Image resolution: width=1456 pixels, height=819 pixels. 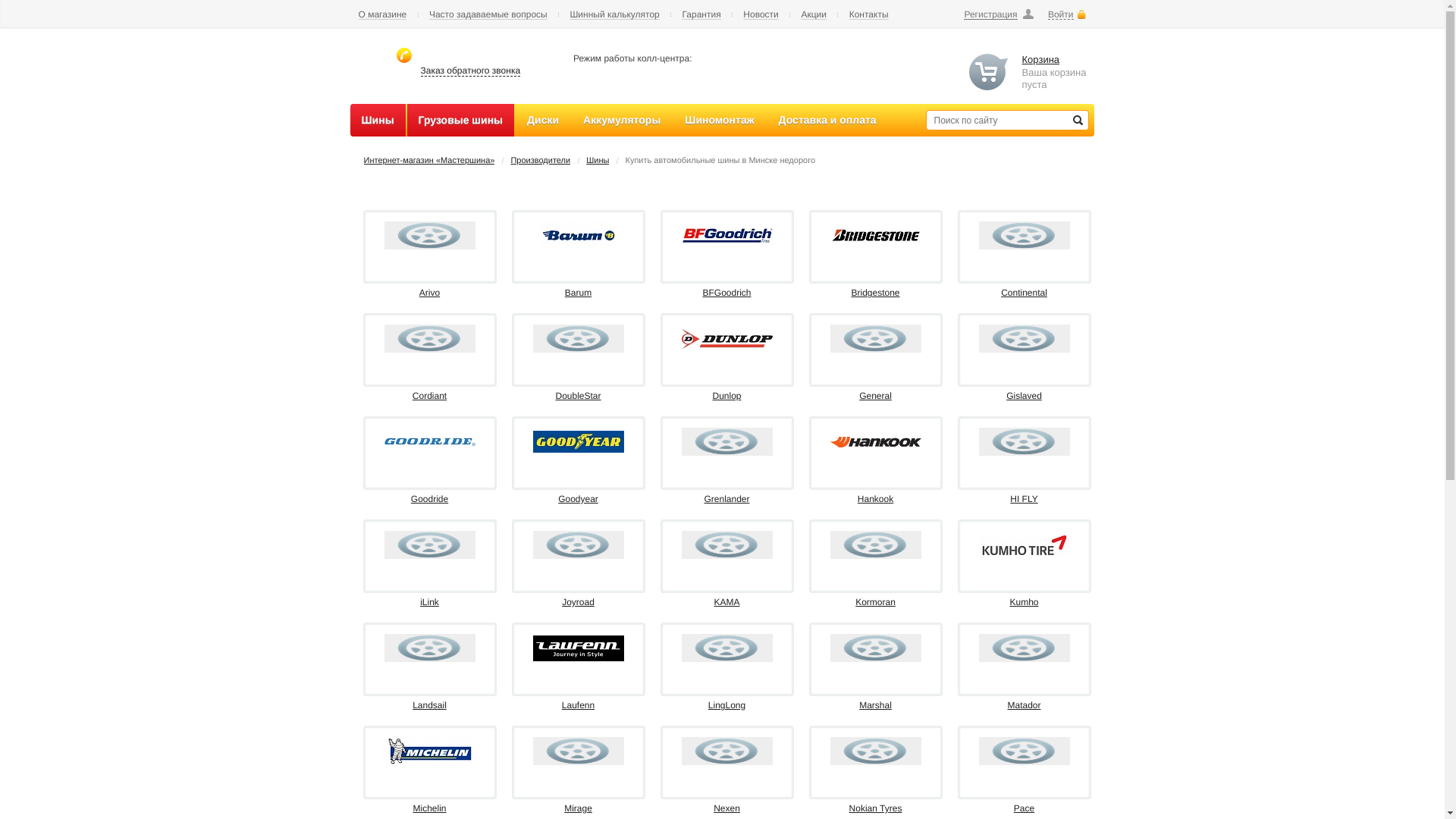 What do you see at coordinates (577, 394) in the screenshot?
I see `'DoubleStar'` at bounding box center [577, 394].